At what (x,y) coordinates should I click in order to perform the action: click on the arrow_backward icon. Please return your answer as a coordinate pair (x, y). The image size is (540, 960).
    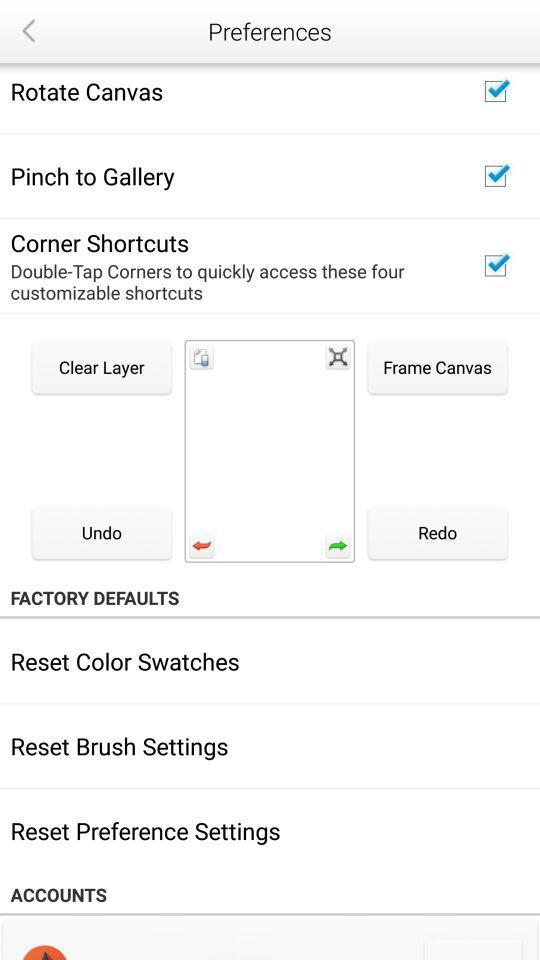
    Looking at the image, I should click on (27, 30).